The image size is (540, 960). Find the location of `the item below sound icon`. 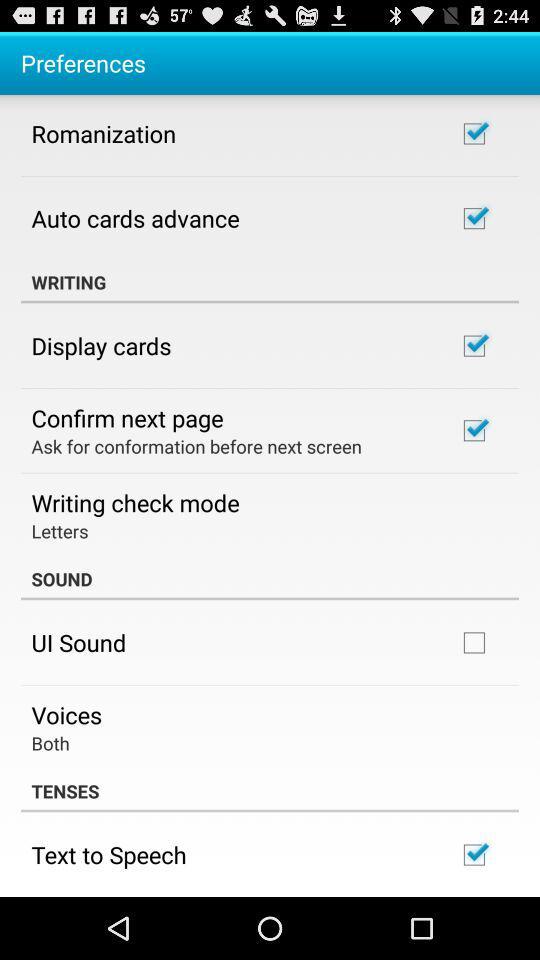

the item below sound icon is located at coordinates (77, 641).